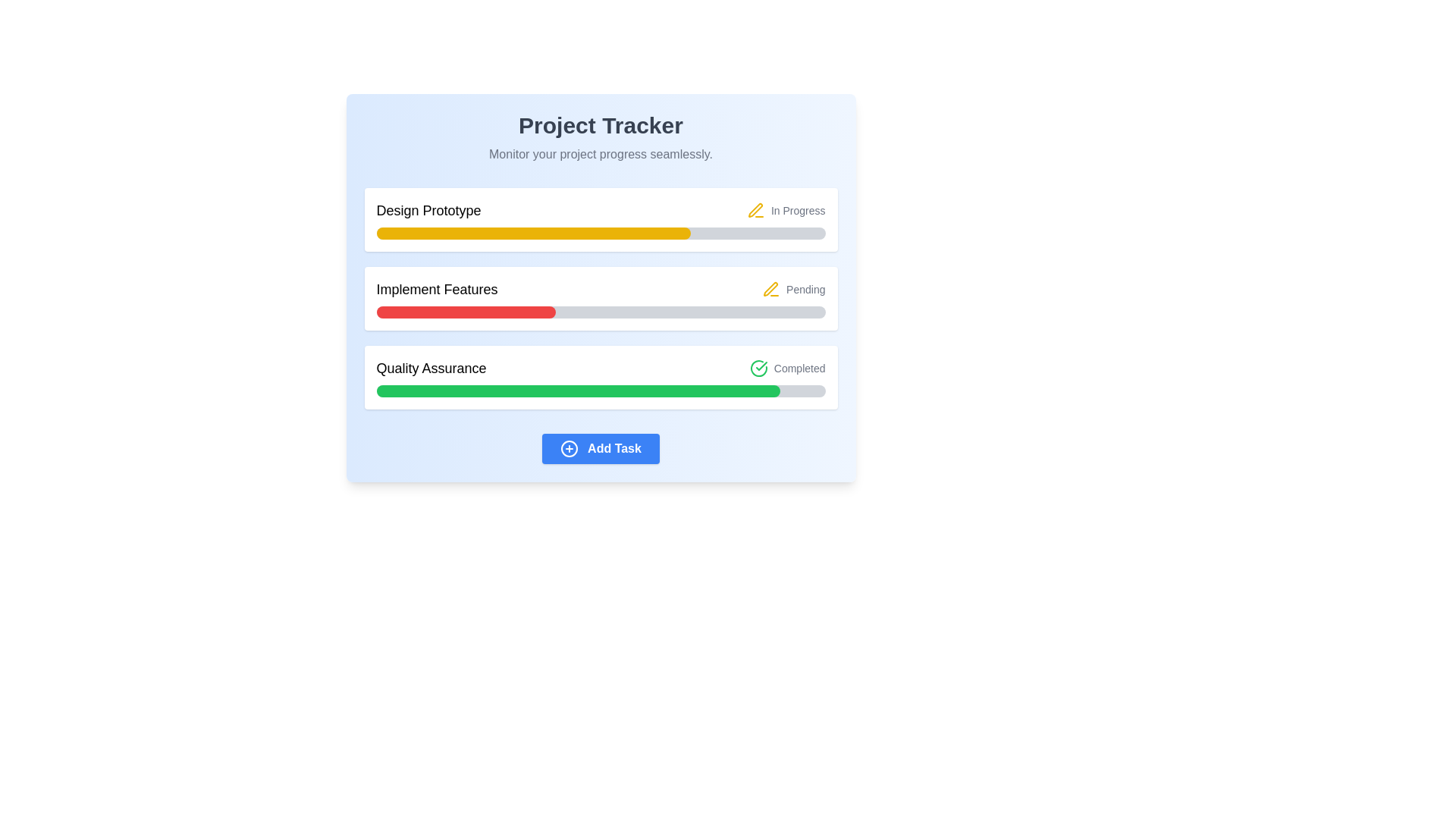  What do you see at coordinates (805, 289) in the screenshot?
I see `the text label displaying 'Pending', which is styled with a gray font color and located to the right of a yellow pen icon in the 'Implement Features' section of the project tracker interface` at bounding box center [805, 289].